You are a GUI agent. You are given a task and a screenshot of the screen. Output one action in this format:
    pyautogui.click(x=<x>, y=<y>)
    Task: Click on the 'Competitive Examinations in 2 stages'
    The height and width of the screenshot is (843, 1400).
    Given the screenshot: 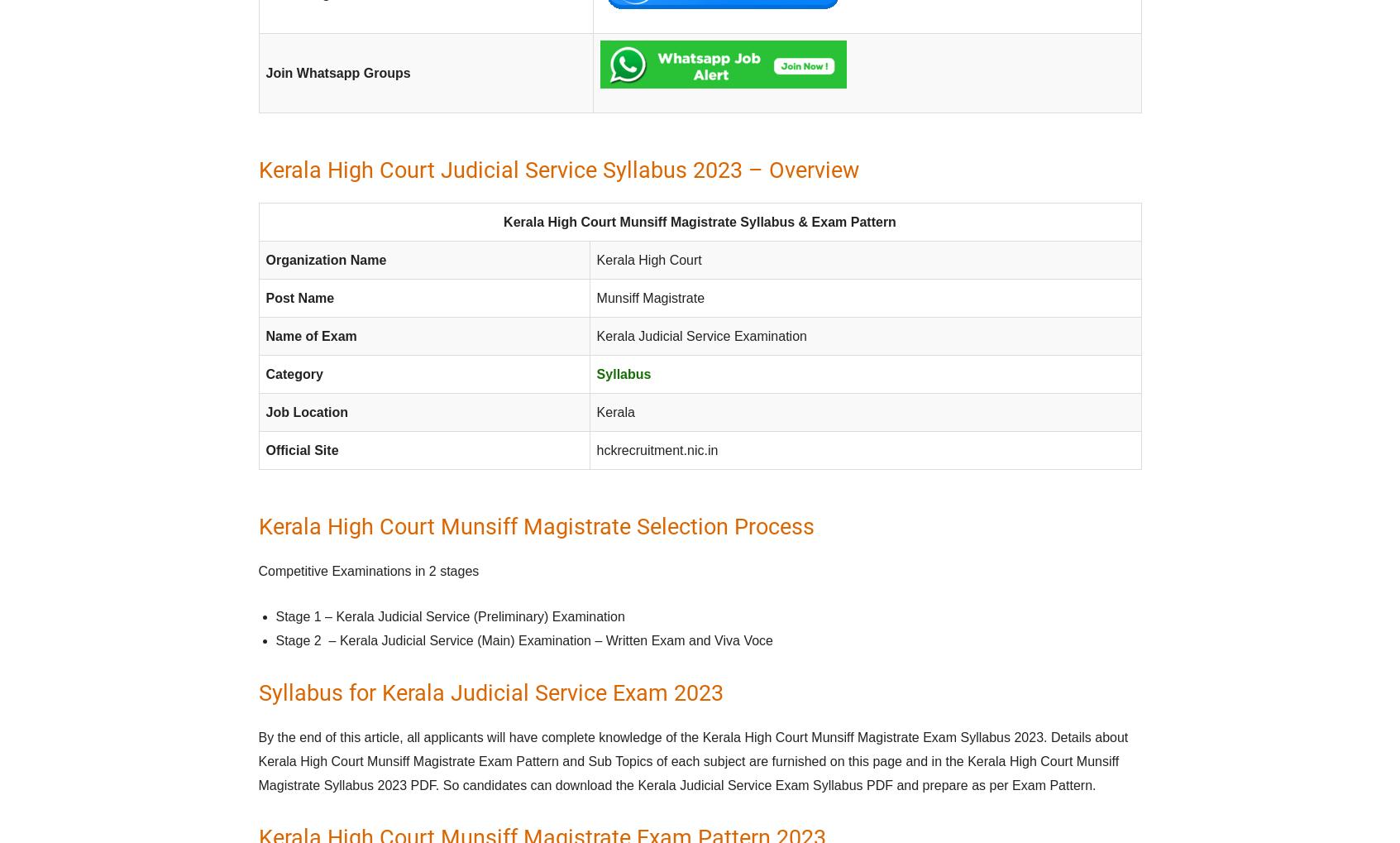 What is the action you would take?
    pyautogui.click(x=367, y=570)
    